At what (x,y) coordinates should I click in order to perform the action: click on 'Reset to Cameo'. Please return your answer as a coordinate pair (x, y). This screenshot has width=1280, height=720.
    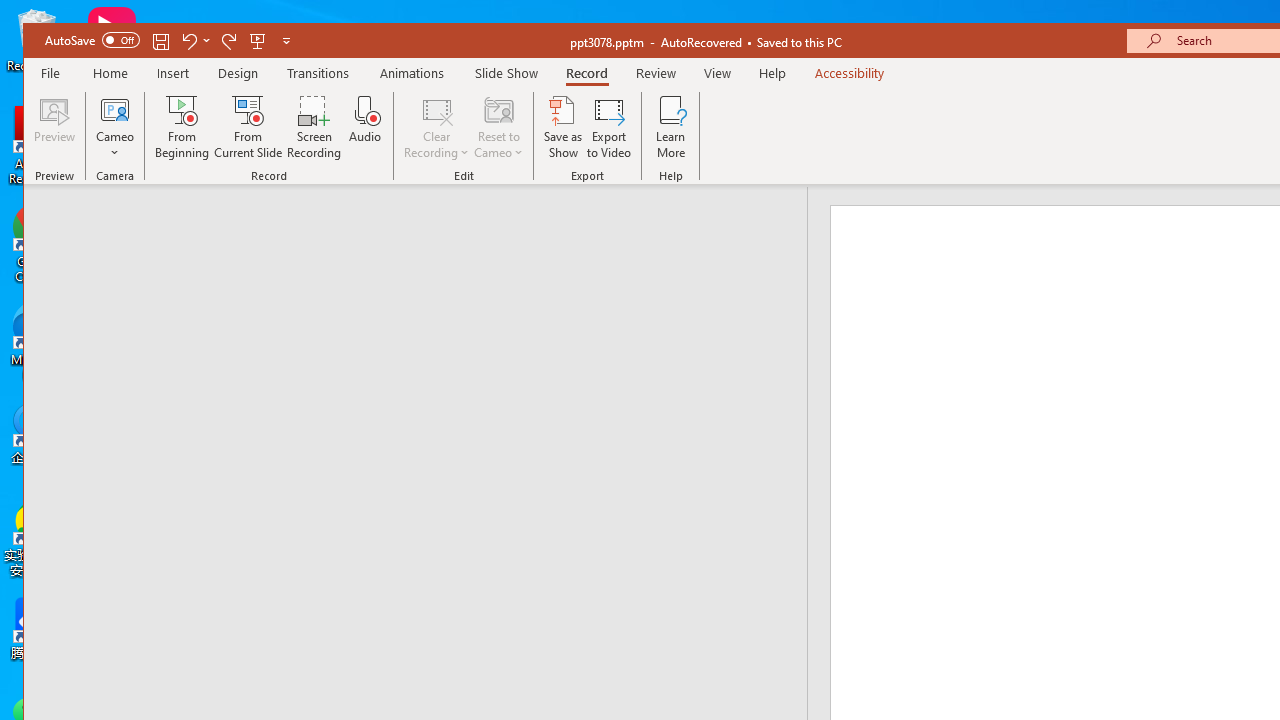
    Looking at the image, I should click on (499, 127).